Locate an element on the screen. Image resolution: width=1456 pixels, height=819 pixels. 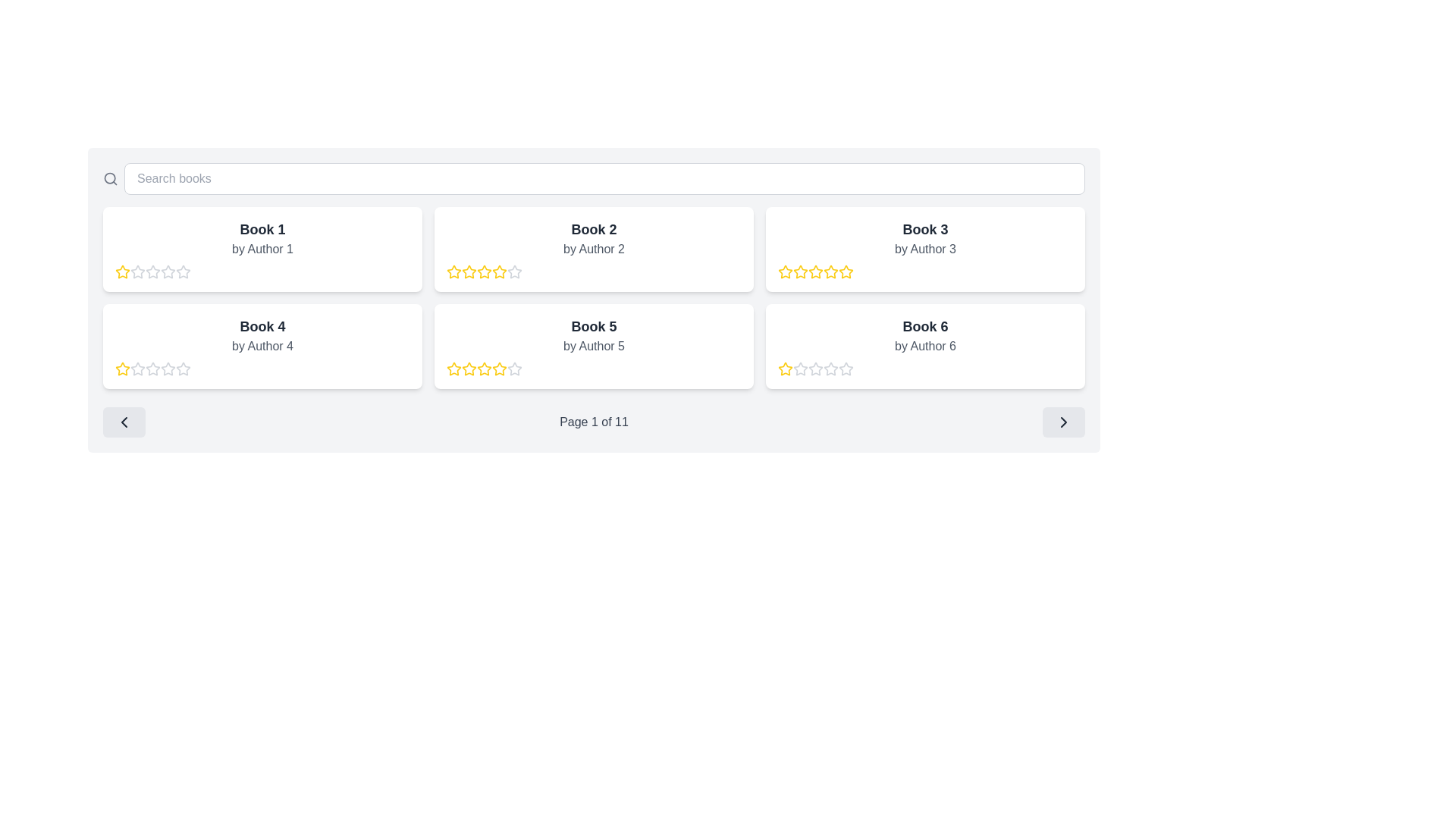
the yellow five-pointed star icon with a white center to give a one-star rating for 'Book 4' by 'Author 4' is located at coordinates (123, 369).